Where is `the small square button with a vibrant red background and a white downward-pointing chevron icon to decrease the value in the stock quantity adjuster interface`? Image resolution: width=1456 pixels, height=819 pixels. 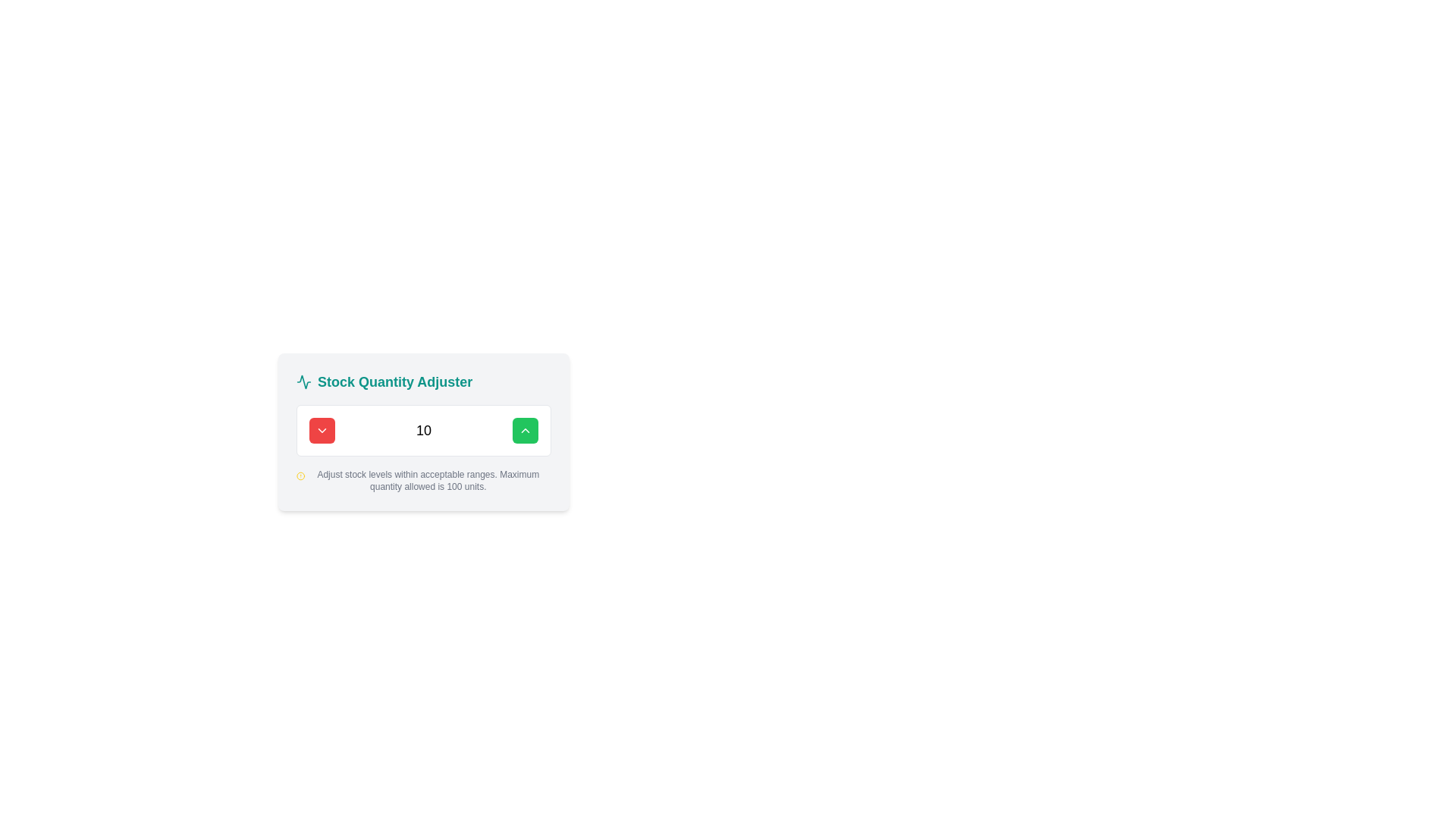
the small square button with a vibrant red background and a white downward-pointing chevron icon to decrease the value in the stock quantity adjuster interface is located at coordinates (322, 430).